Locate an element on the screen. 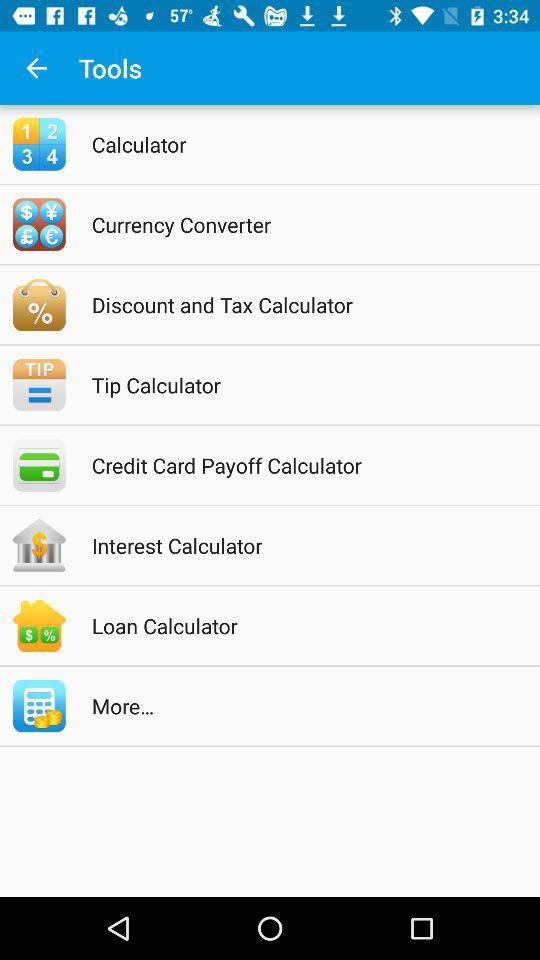 The height and width of the screenshot is (960, 540). the discount and tax icon is located at coordinates (295, 304).